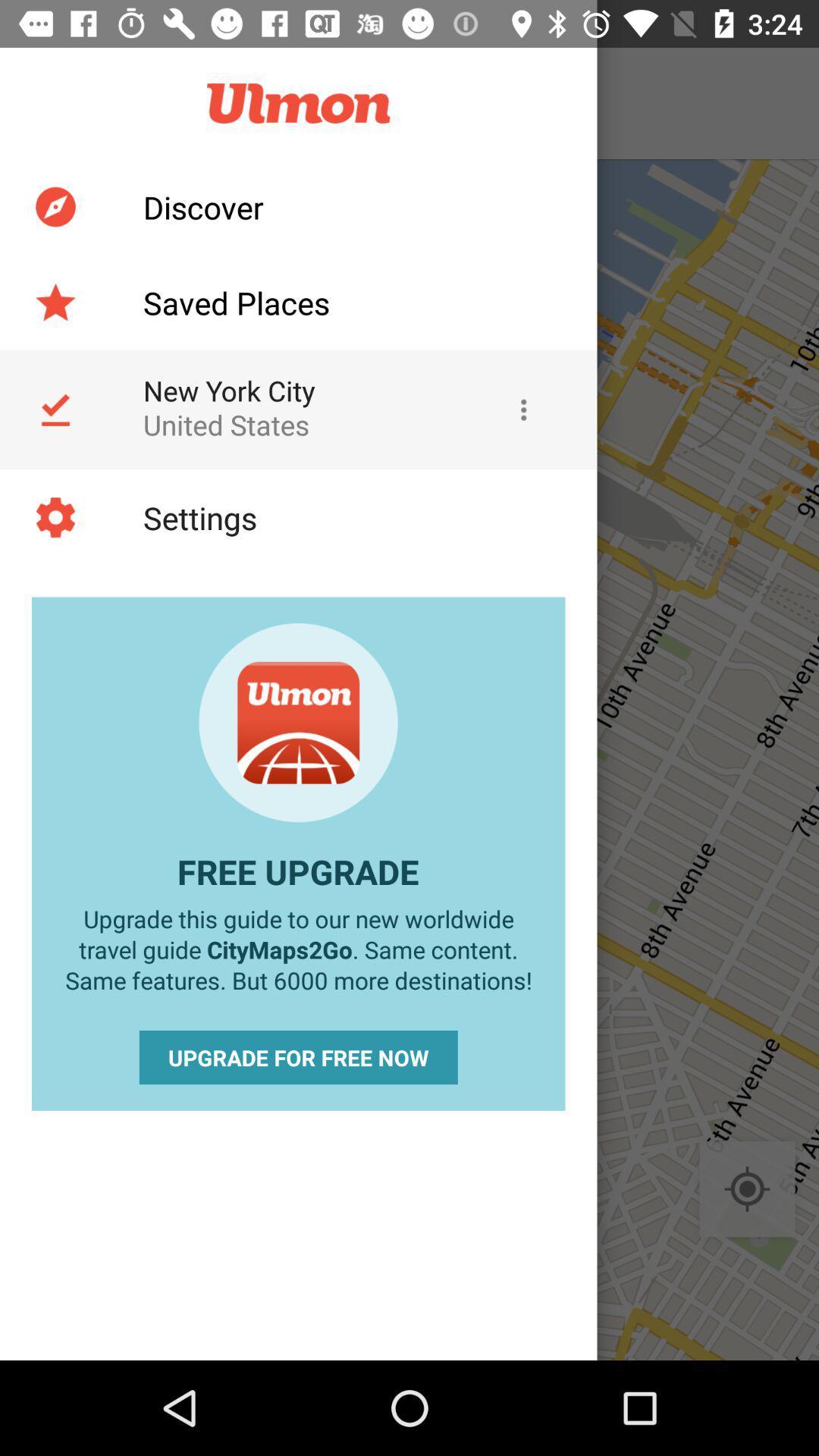  What do you see at coordinates (746, 1188) in the screenshot?
I see `the location_crosshair icon` at bounding box center [746, 1188].